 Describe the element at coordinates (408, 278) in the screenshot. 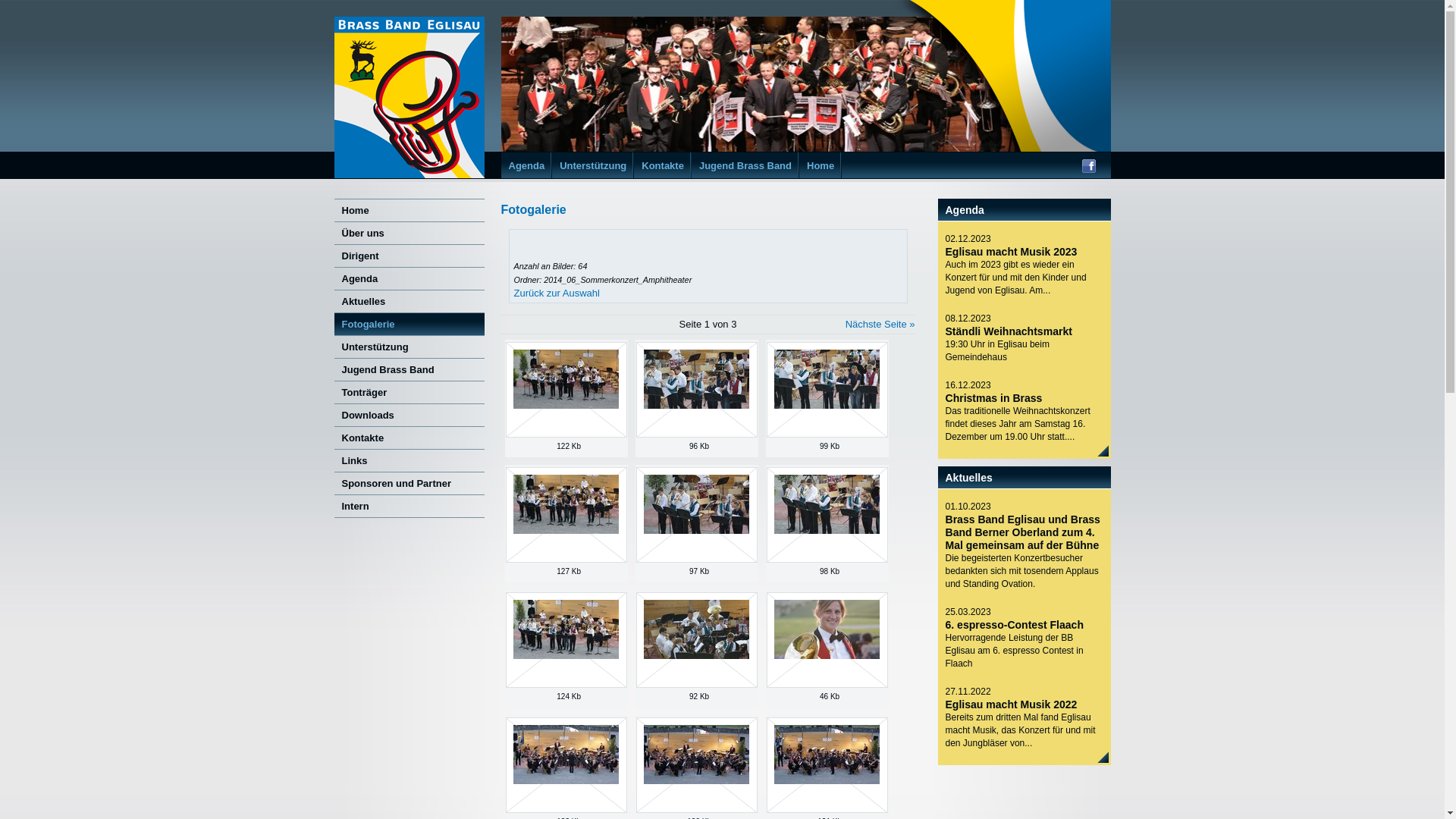

I see `'Agenda'` at that location.